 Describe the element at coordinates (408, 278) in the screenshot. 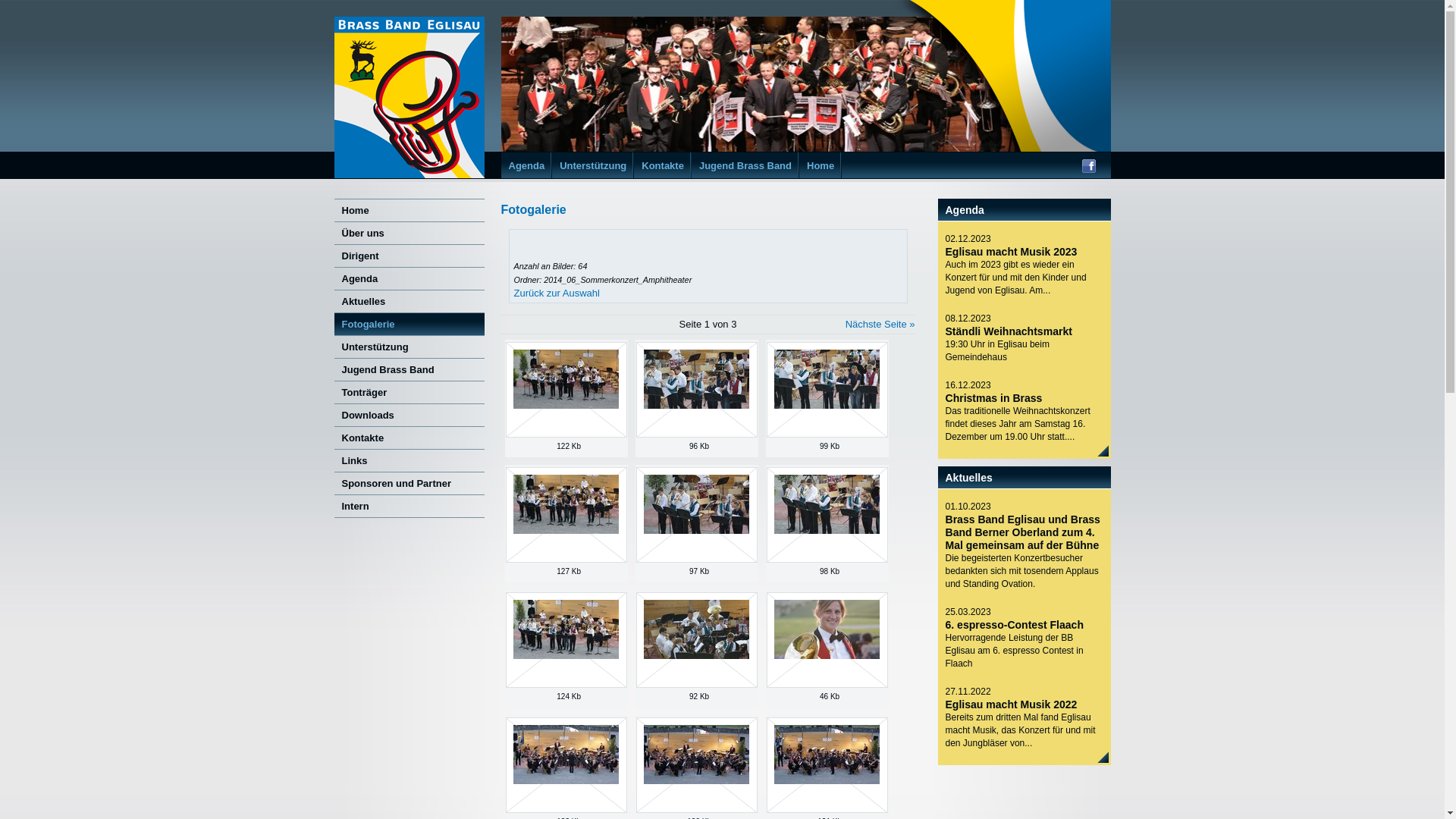

I see `'Agenda'` at that location.